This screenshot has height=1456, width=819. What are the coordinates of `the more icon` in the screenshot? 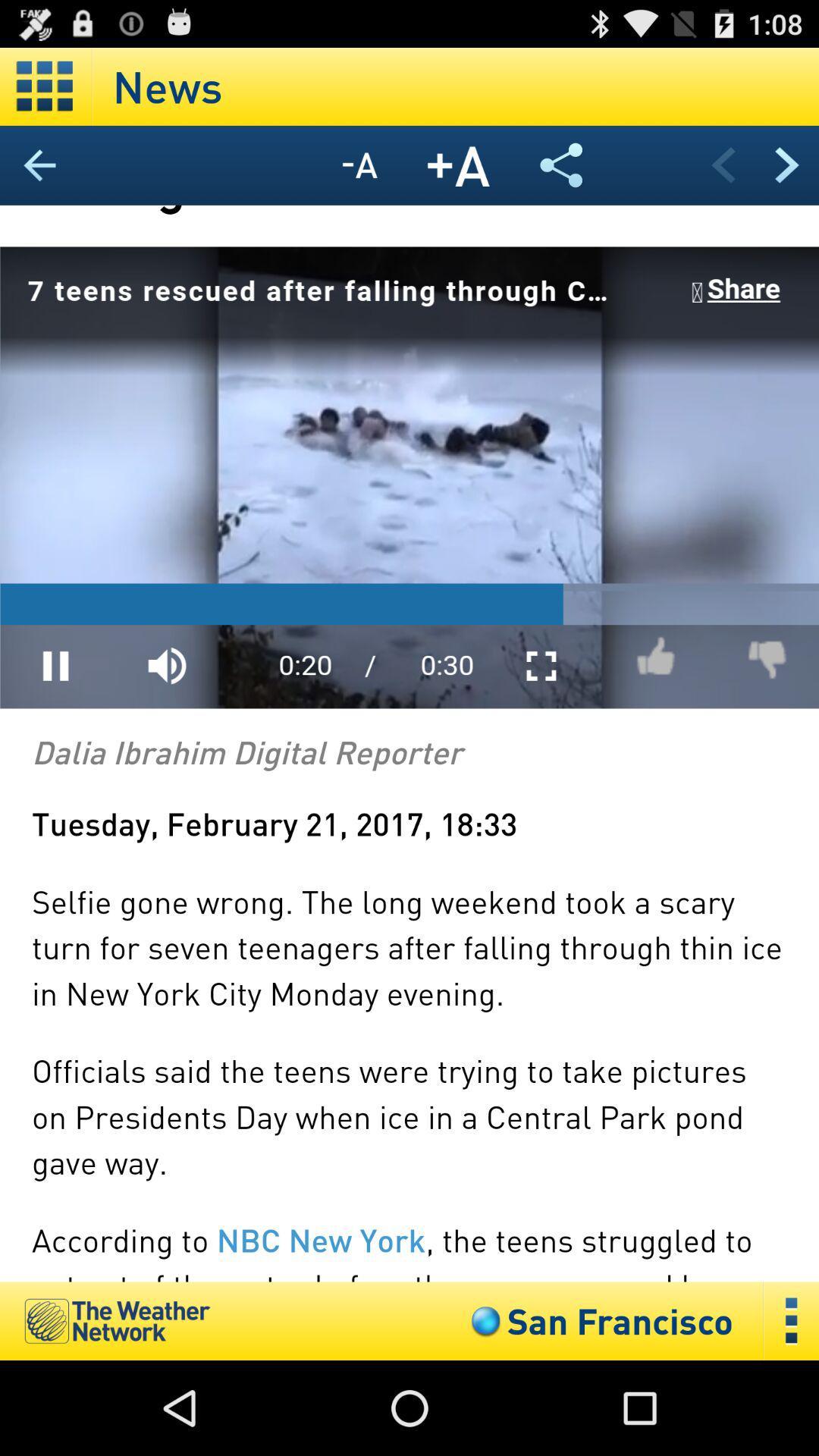 It's located at (791, 1413).